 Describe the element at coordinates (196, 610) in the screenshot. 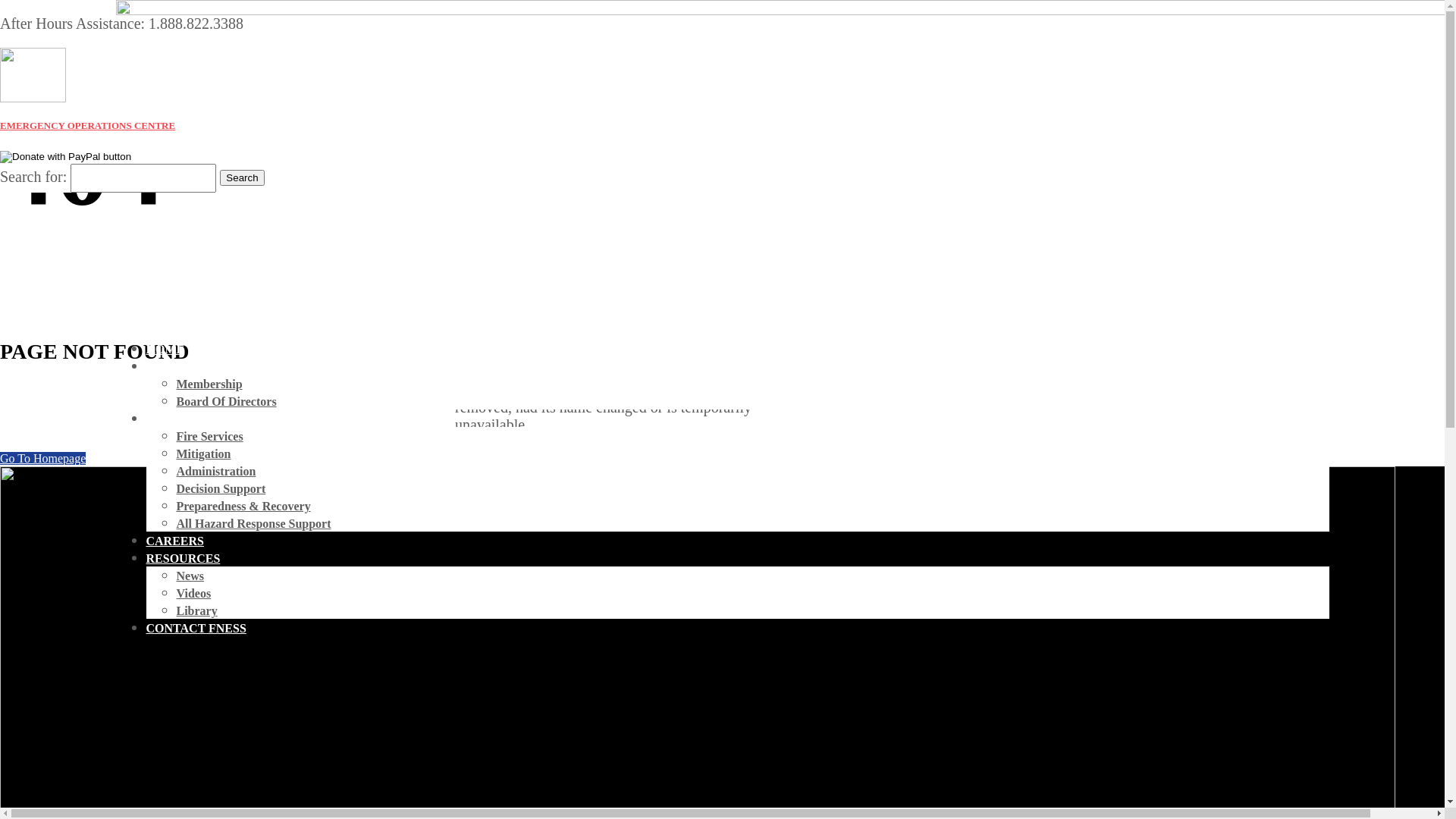

I see `'Library'` at that location.